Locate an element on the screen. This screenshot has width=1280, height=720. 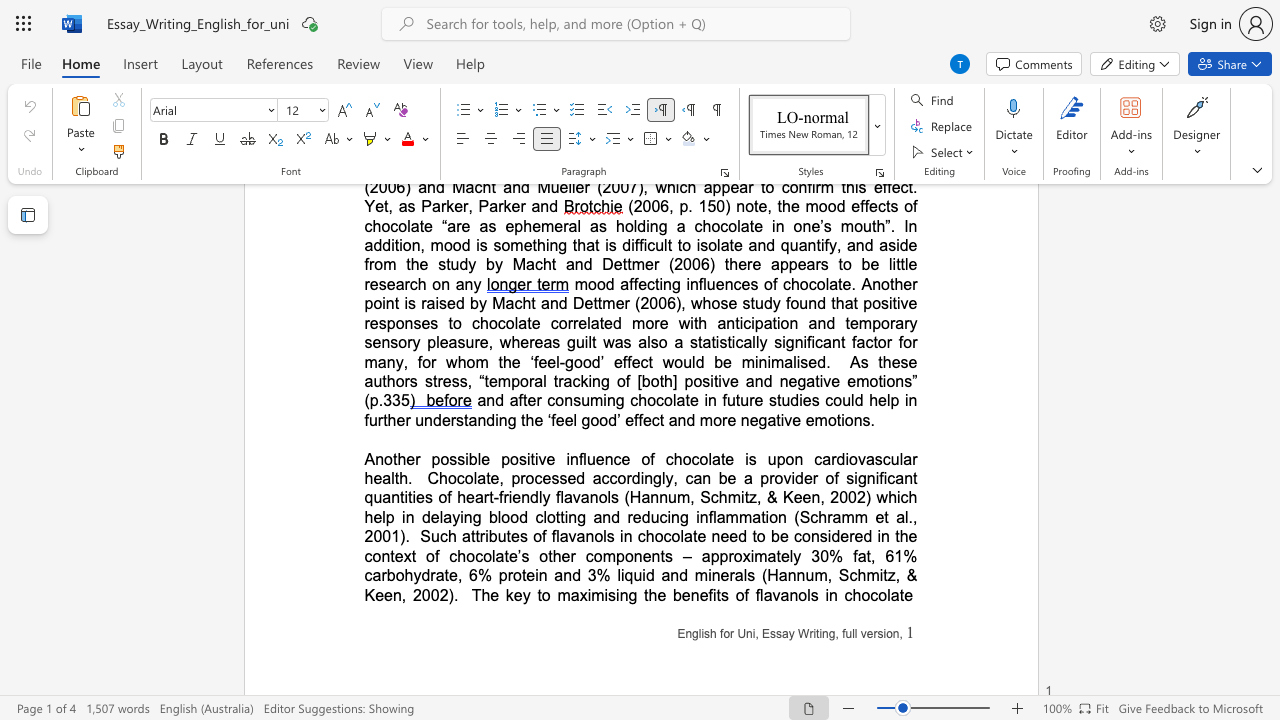
the space between the continuous character "i" and "s" in the text is located at coordinates (748, 459).